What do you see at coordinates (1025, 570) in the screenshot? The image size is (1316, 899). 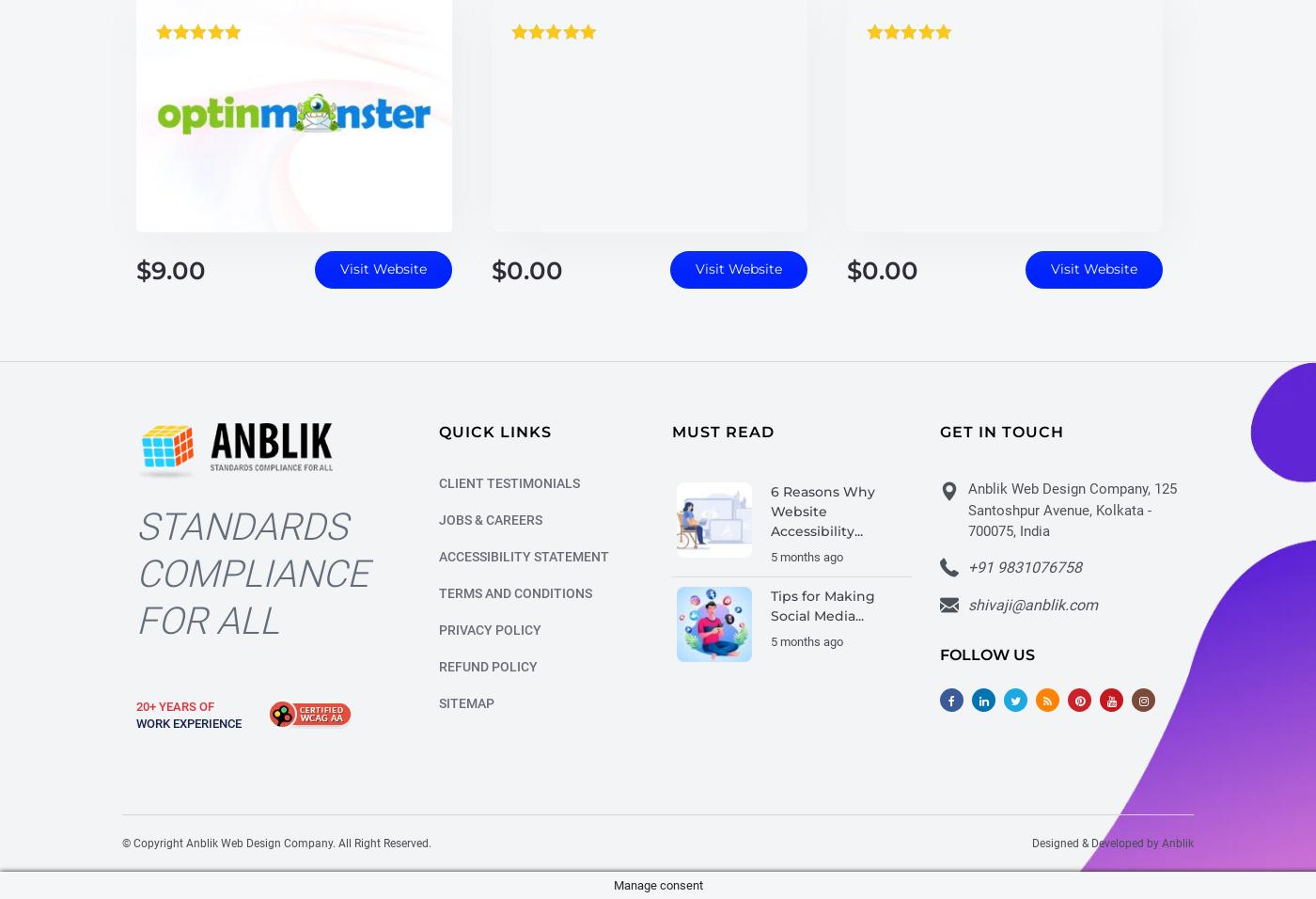 I see `'+91 9831076758'` at bounding box center [1025, 570].